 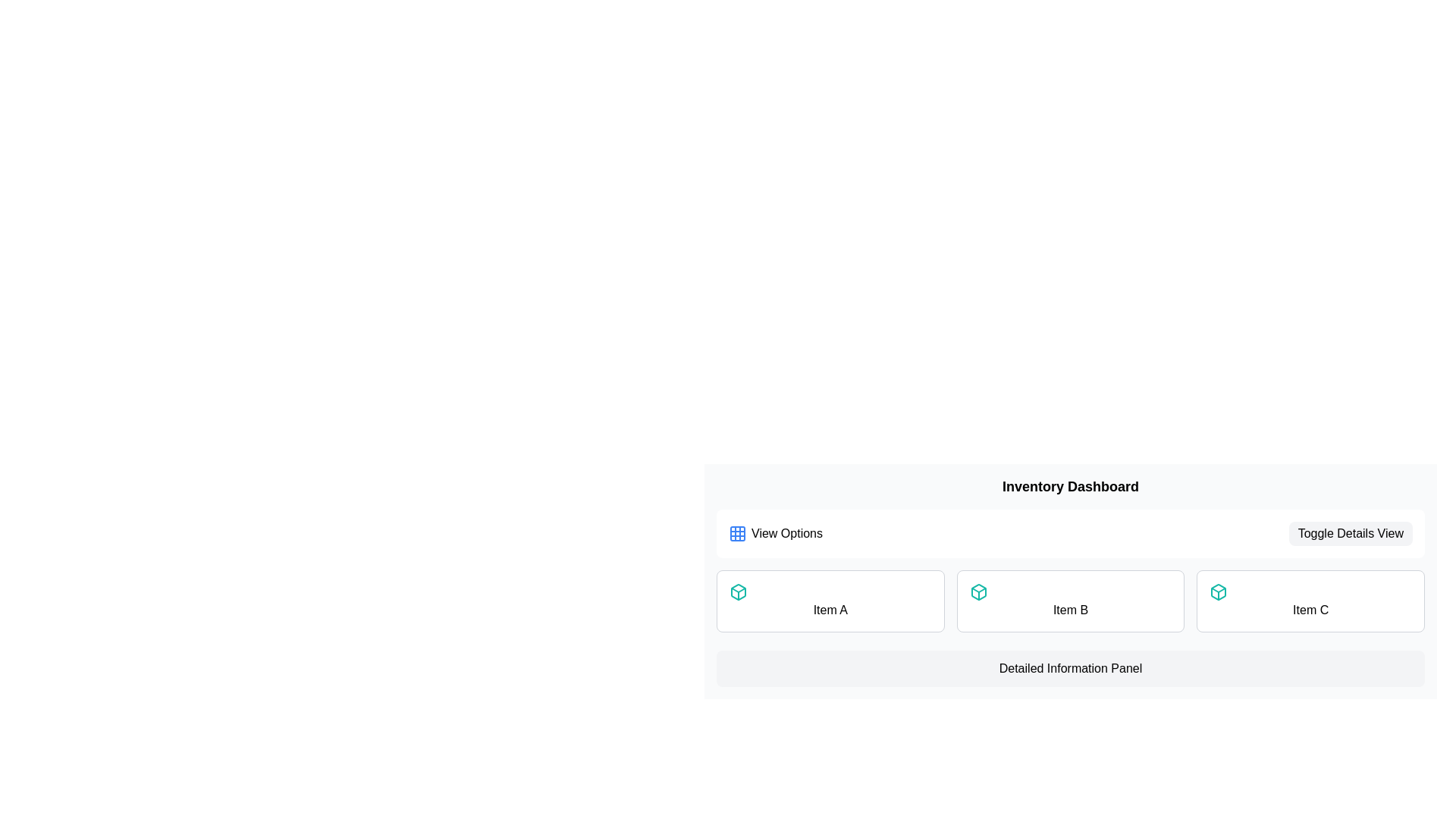 I want to click on the graphical icon located within the 'Item A' section, positioned towards the left among a row of similarly styled icons, so click(x=978, y=591).